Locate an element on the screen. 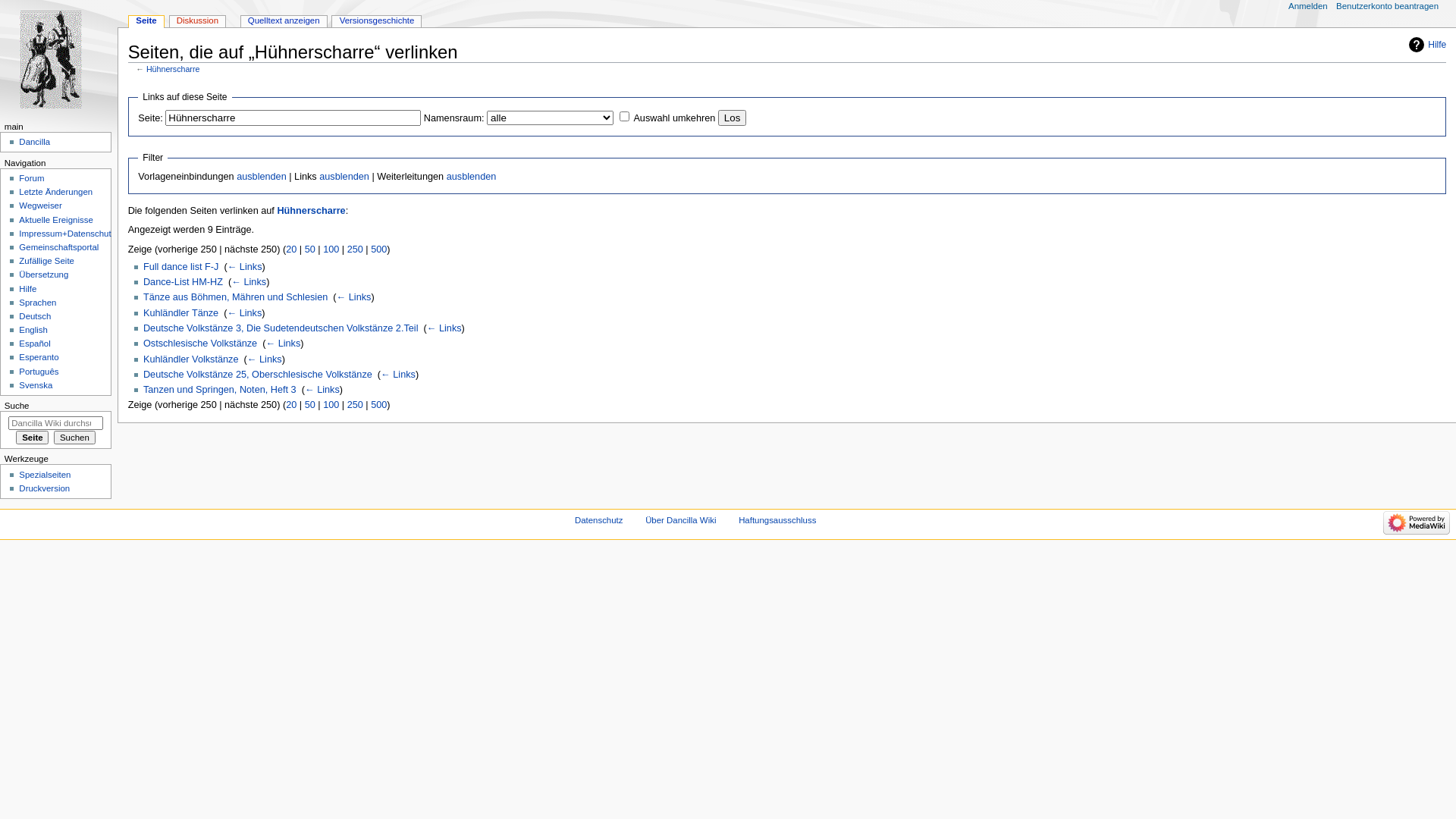  'English' is located at coordinates (33, 329).